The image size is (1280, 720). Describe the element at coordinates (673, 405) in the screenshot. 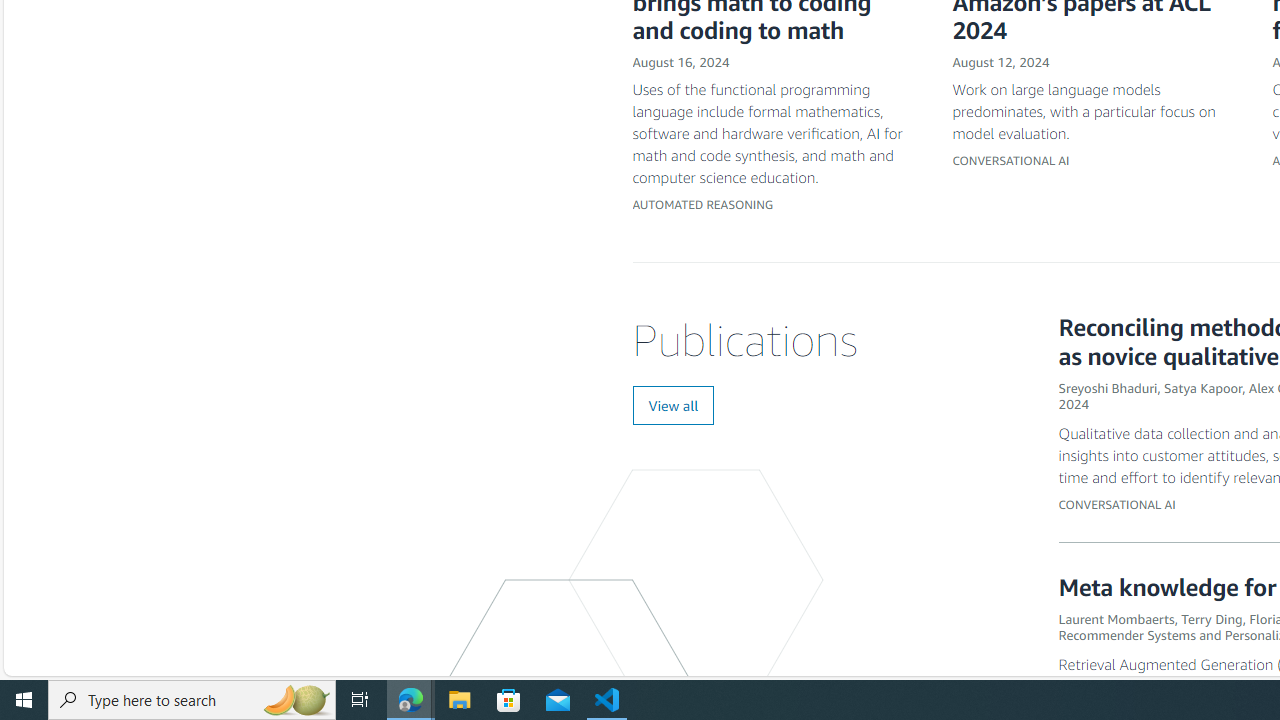

I see `'View all'` at that location.